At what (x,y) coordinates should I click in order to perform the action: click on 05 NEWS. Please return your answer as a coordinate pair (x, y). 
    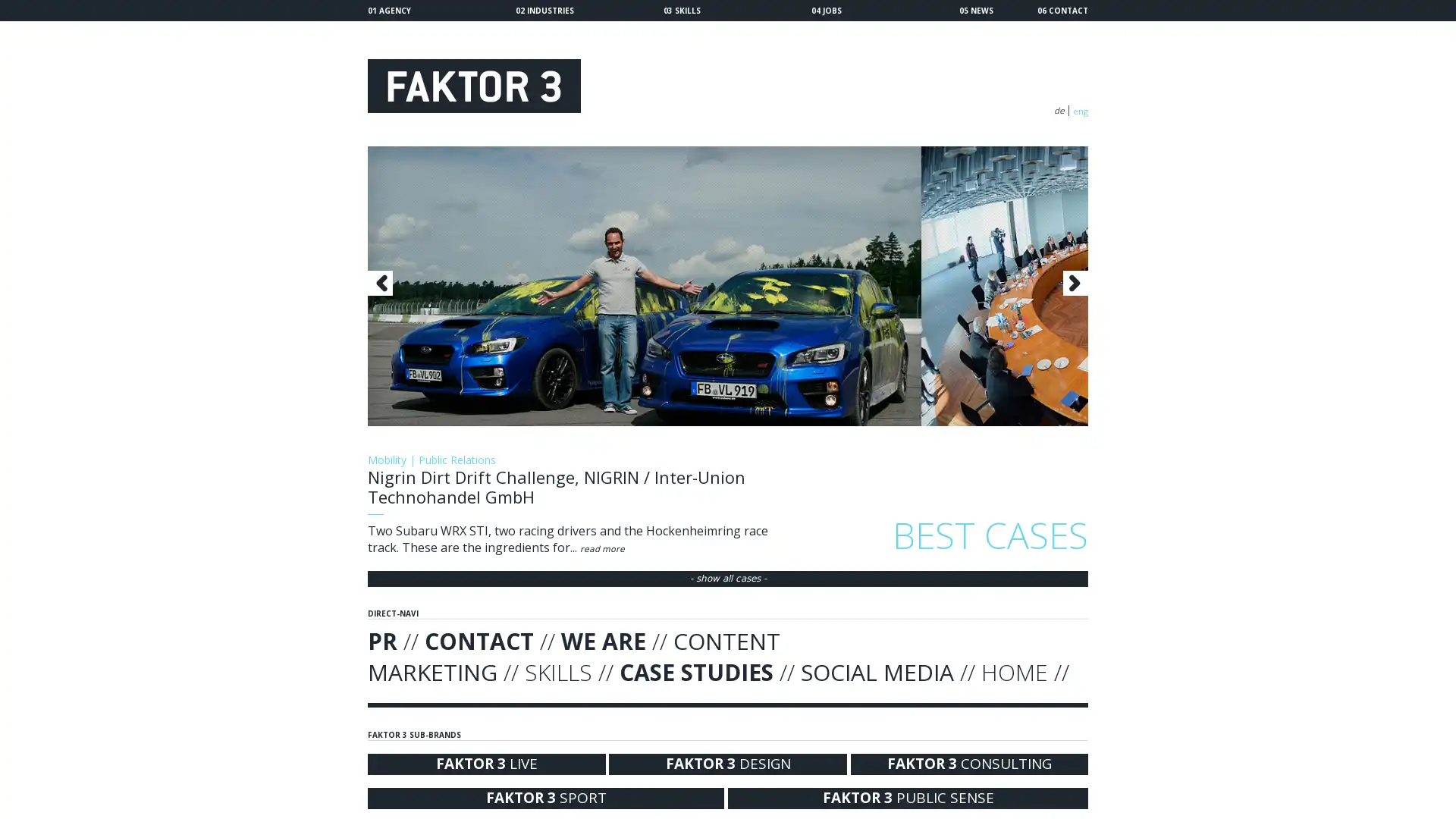
    Looking at the image, I should click on (976, 11).